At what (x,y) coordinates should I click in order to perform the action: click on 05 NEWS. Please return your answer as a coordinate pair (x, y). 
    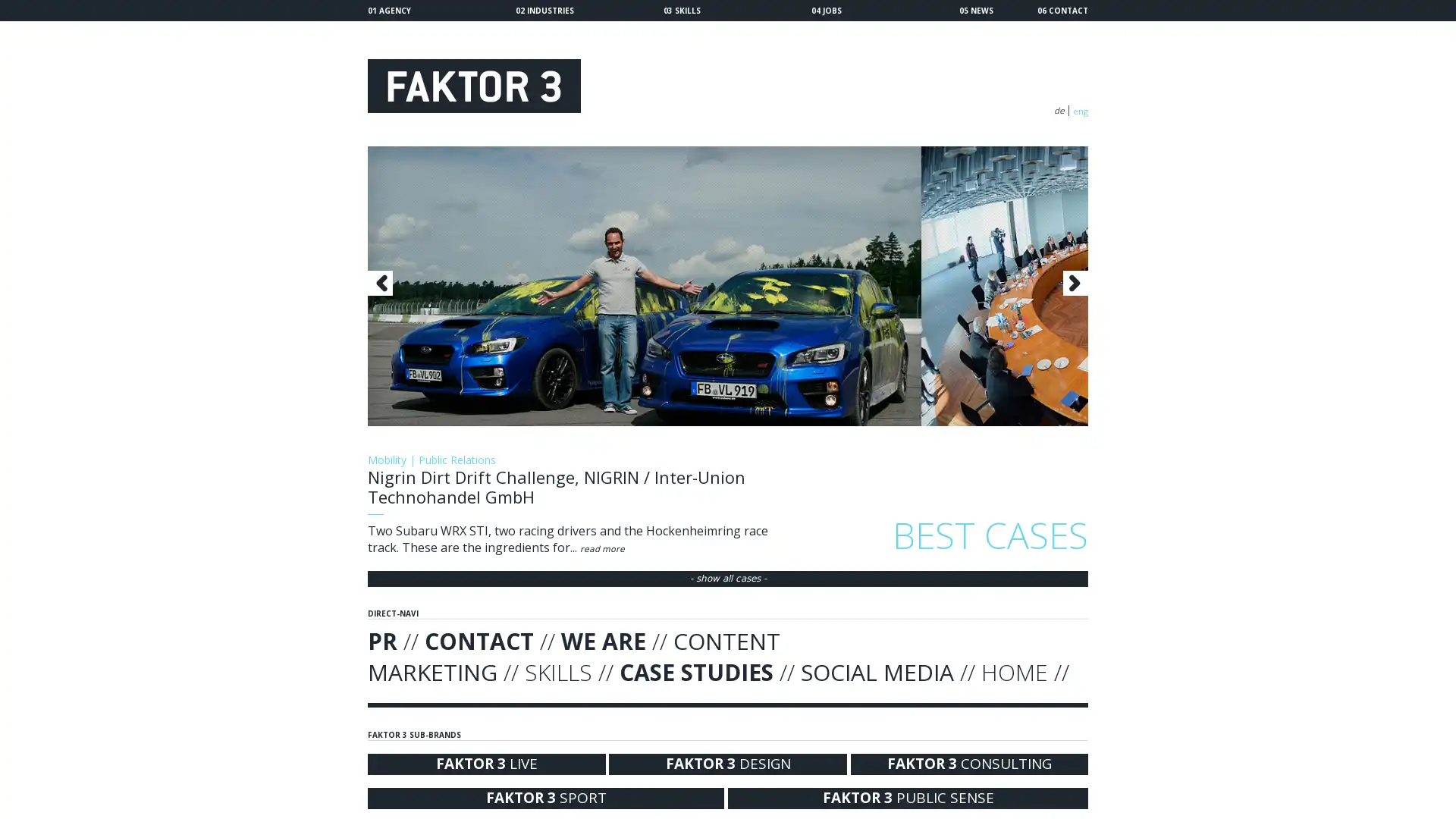
    Looking at the image, I should click on (976, 11).